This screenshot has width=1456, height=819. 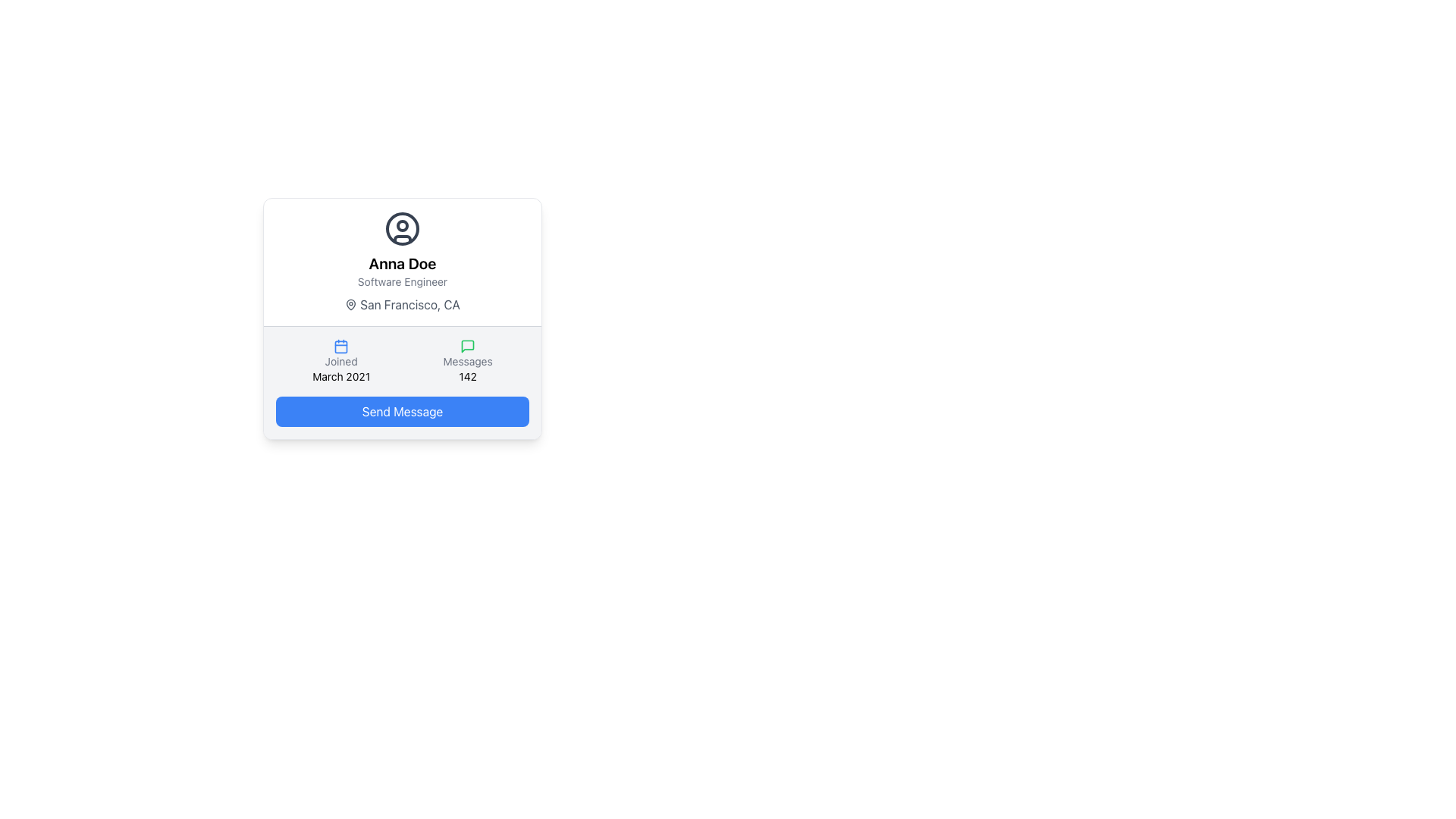 What do you see at coordinates (340, 362) in the screenshot?
I see `the text label displaying 'Joined' located above the date 'March 2021' and adjacent to the calendar icon in the user information section of the card interface` at bounding box center [340, 362].